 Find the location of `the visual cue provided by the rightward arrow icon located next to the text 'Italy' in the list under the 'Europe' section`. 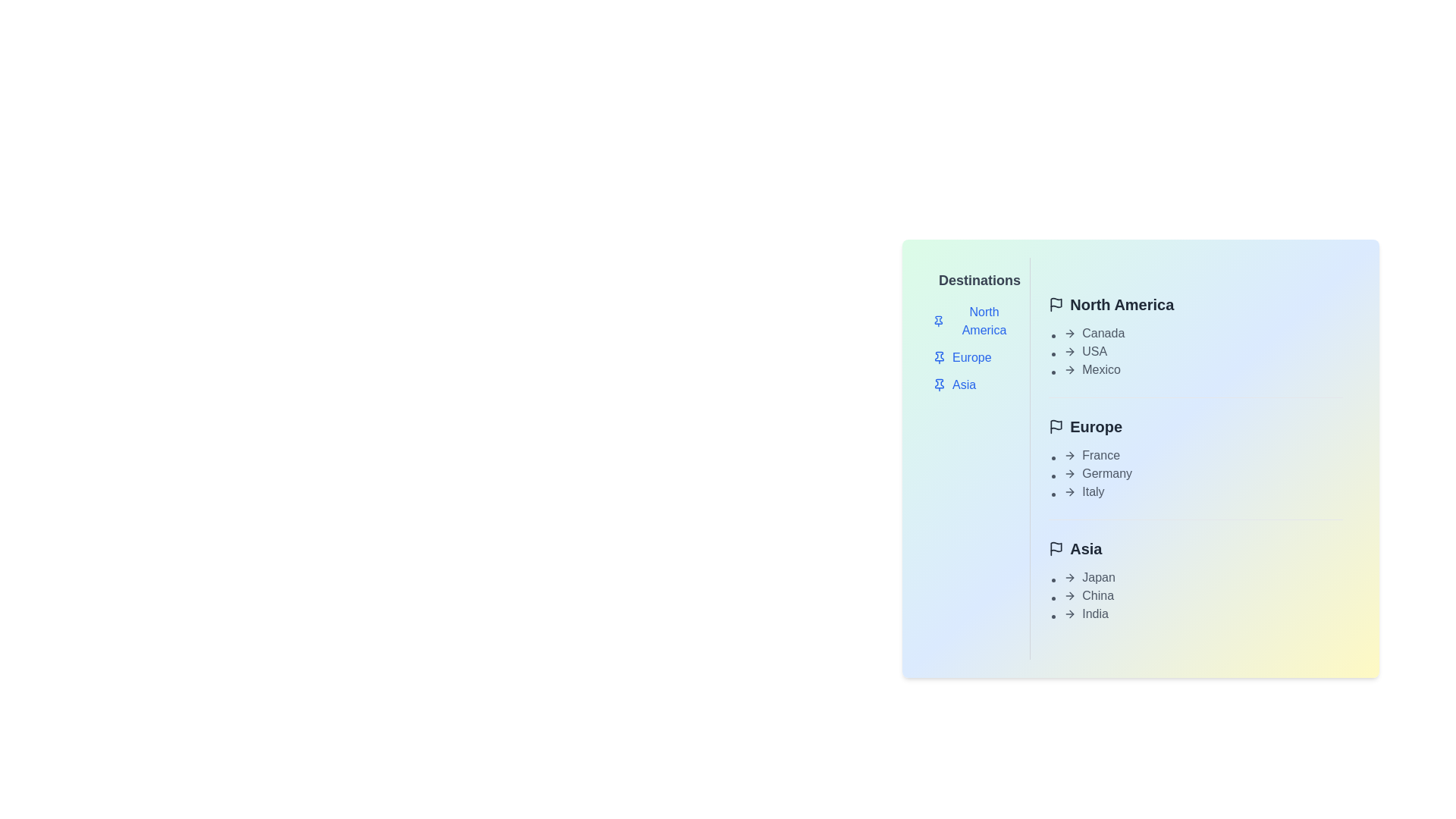

the visual cue provided by the rightward arrow icon located next to the text 'Italy' in the list under the 'Europe' section is located at coordinates (1069, 491).